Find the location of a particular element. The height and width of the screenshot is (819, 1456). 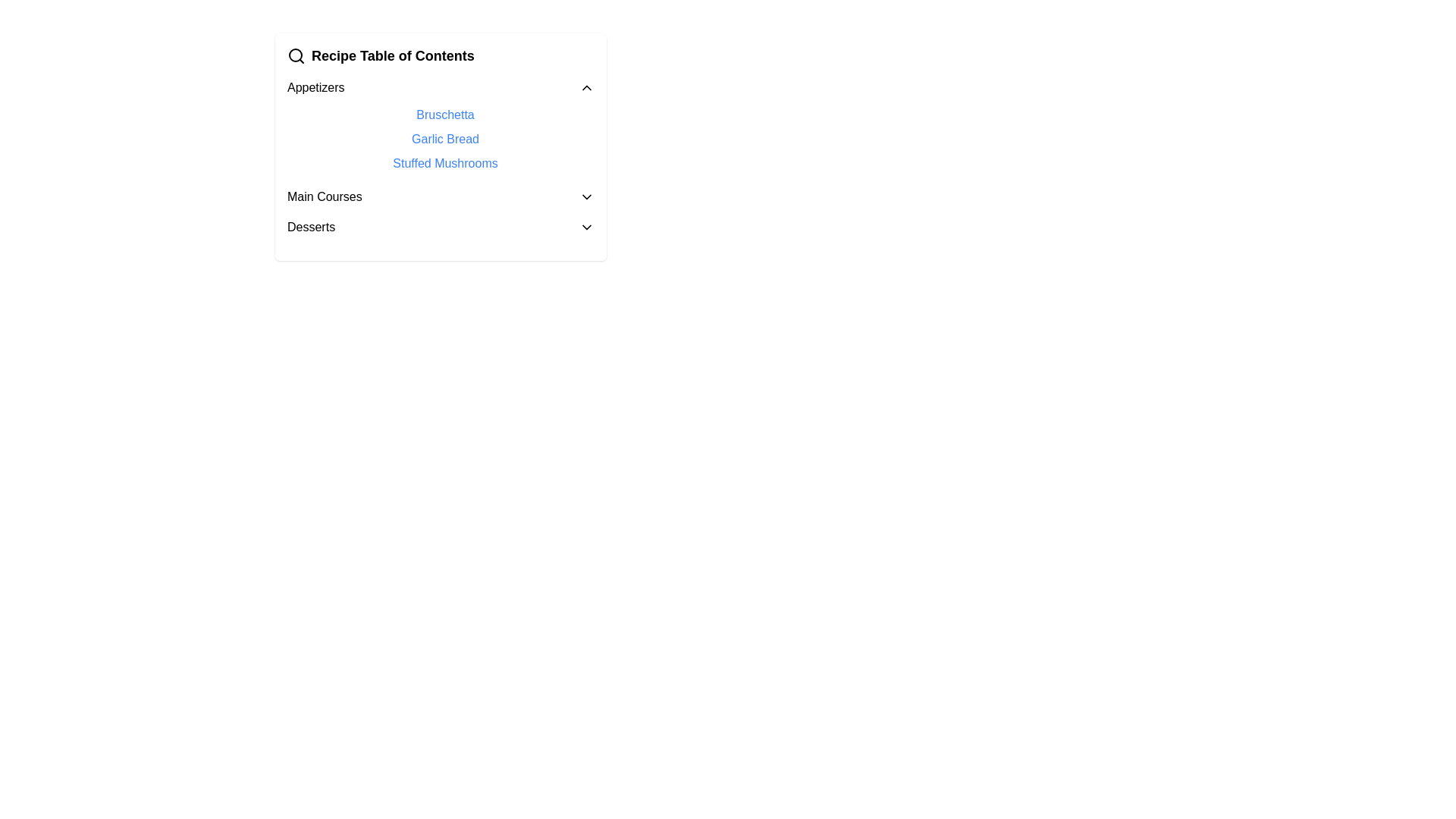

the second text link under the 'Appetizers' category in the 'Recipe Table of Contents' menu is located at coordinates (446, 140).